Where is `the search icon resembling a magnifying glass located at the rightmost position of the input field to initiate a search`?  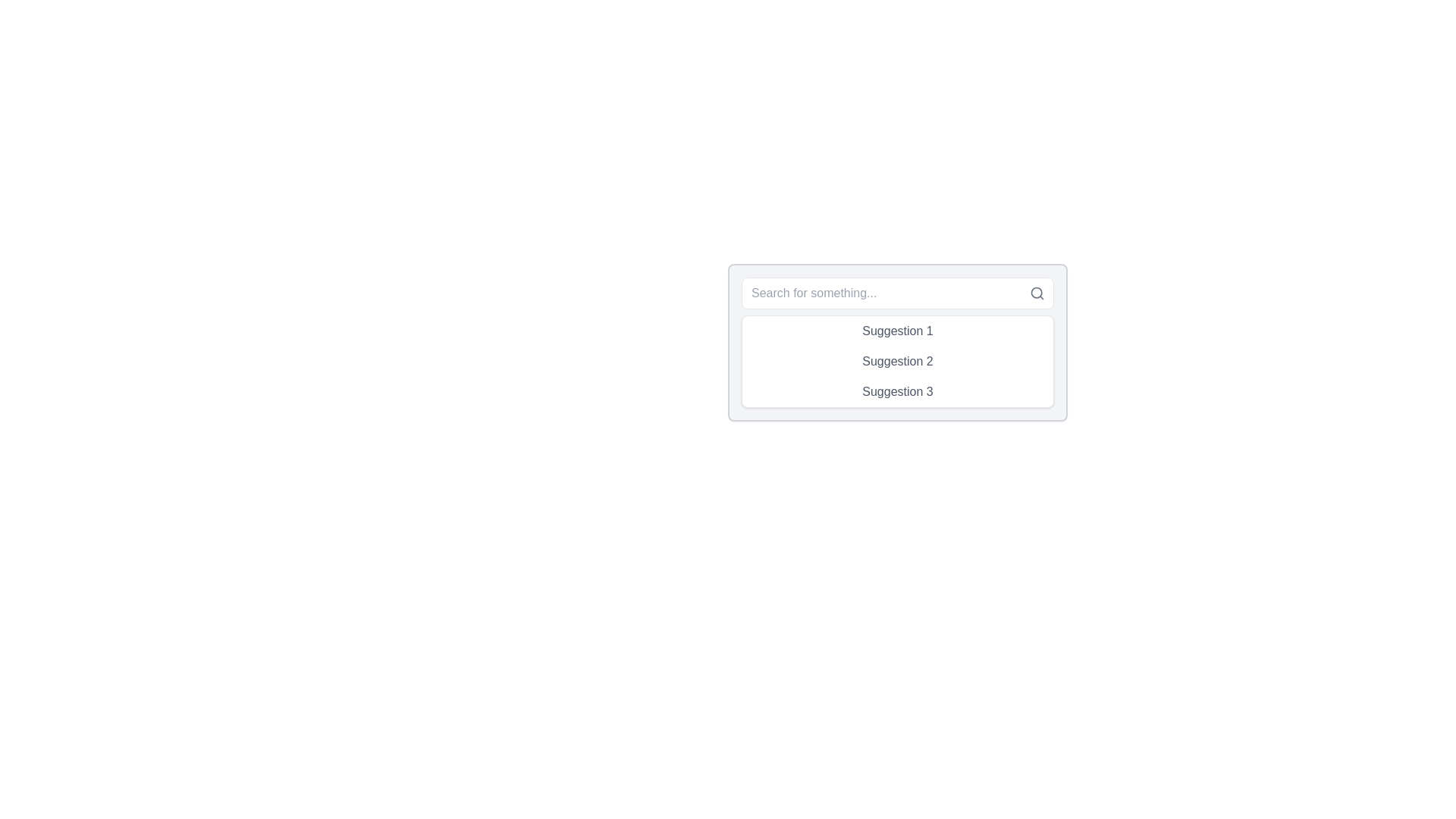
the search icon resembling a magnifying glass located at the rightmost position of the input field to initiate a search is located at coordinates (1037, 293).